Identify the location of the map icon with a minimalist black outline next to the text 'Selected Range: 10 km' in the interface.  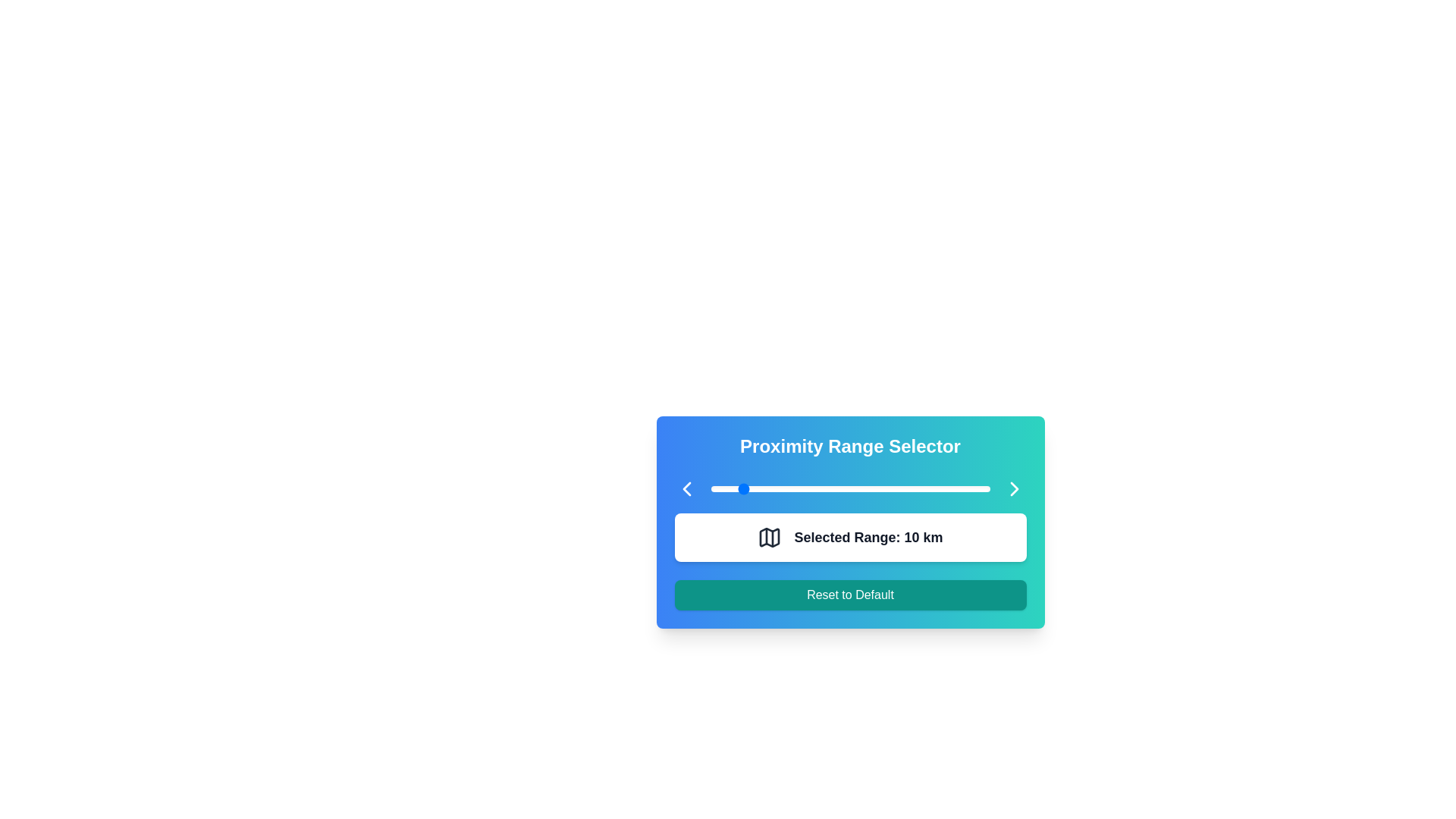
(770, 537).